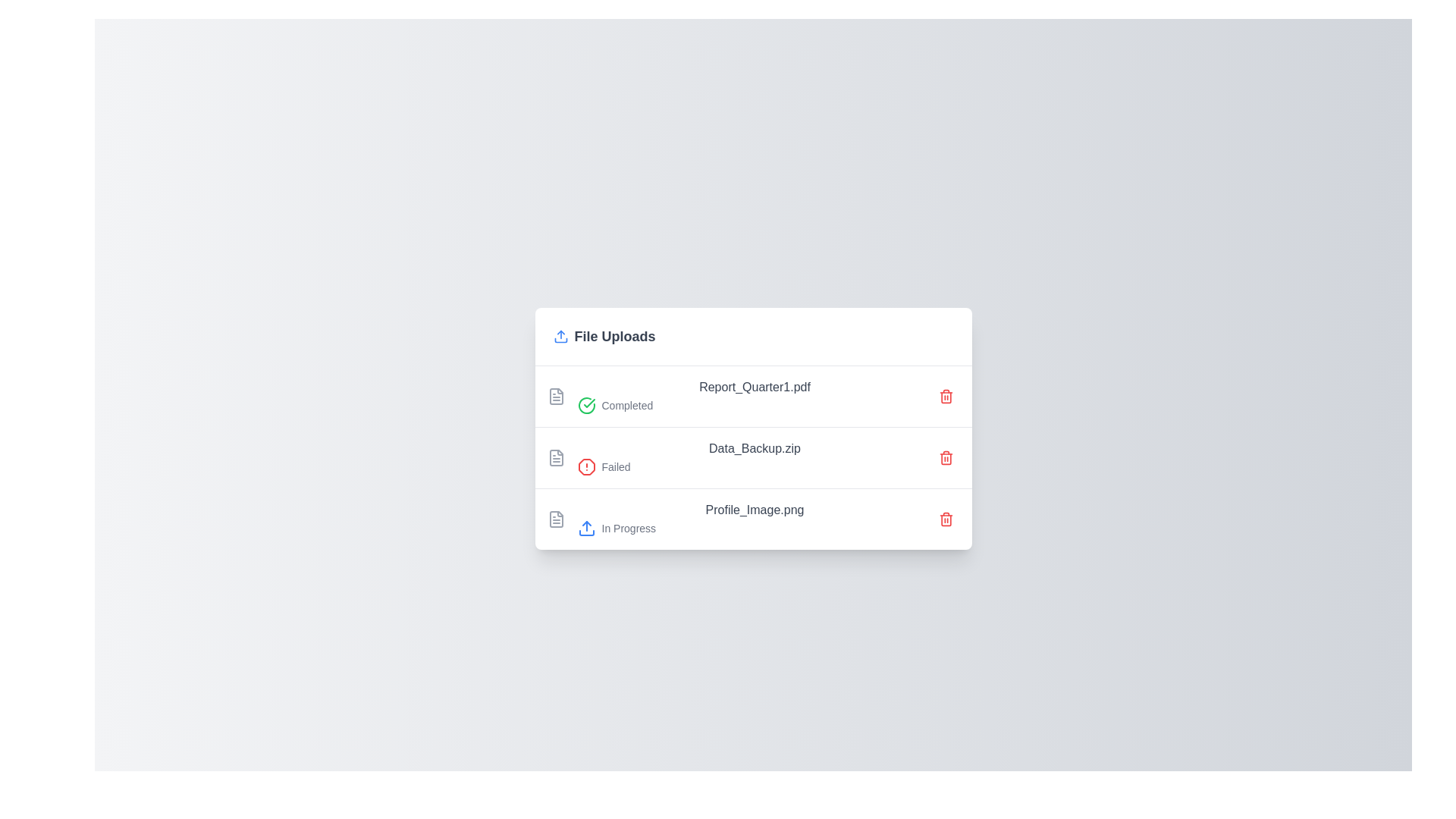 Image resolution: width=1456 pixels, height=819 pixels. What do you see at coordinates (555, 457) in the screenshot?
I see `the gray document icon that represents a failed file upload in the second row of the upload table, located before 'Data_Backup.zip'` at bounding box center [555, 457].